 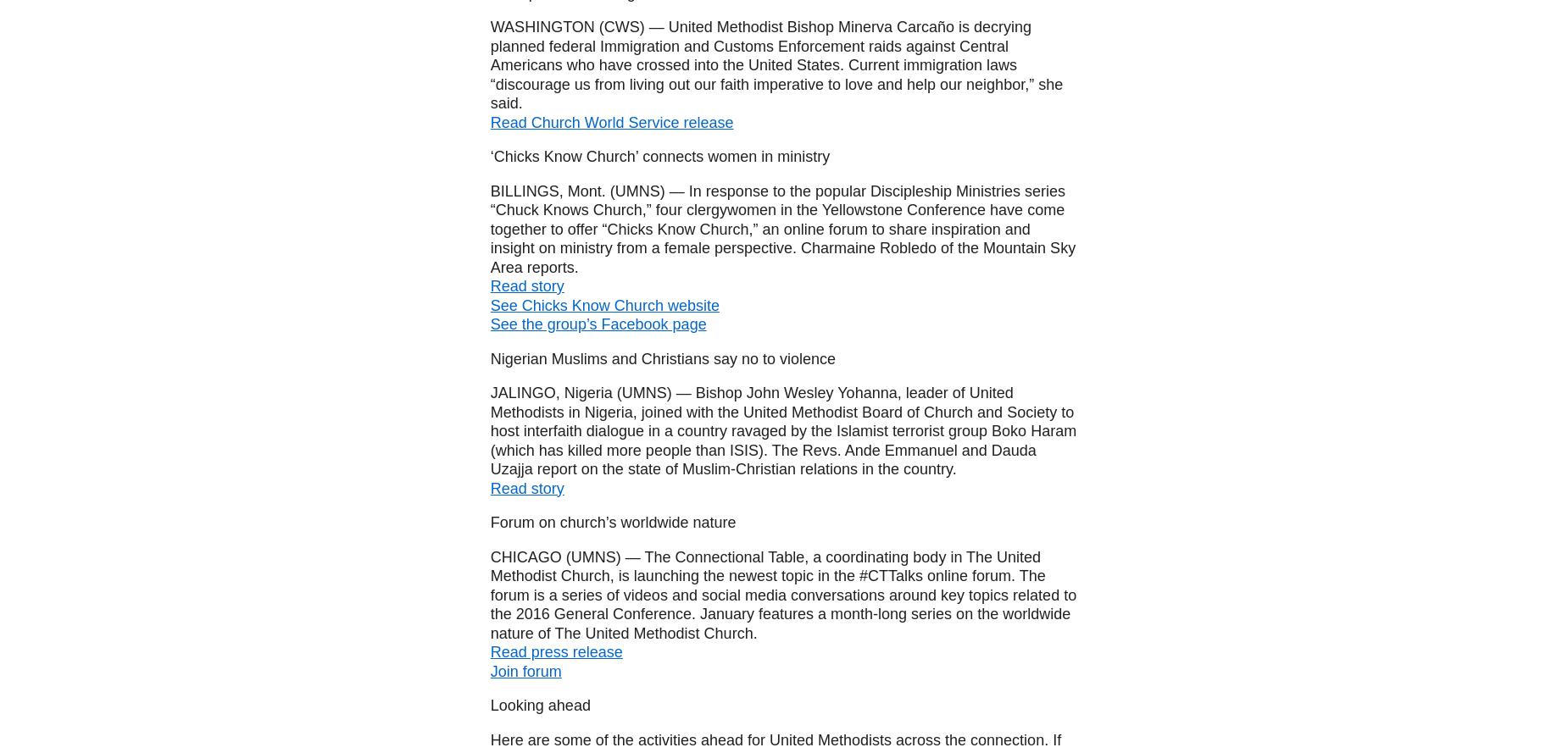 What do you see at coordinates (603, 303) in the screenshot?
I see `'See Chicks Know Church website'` at bounding box center [603, 303].